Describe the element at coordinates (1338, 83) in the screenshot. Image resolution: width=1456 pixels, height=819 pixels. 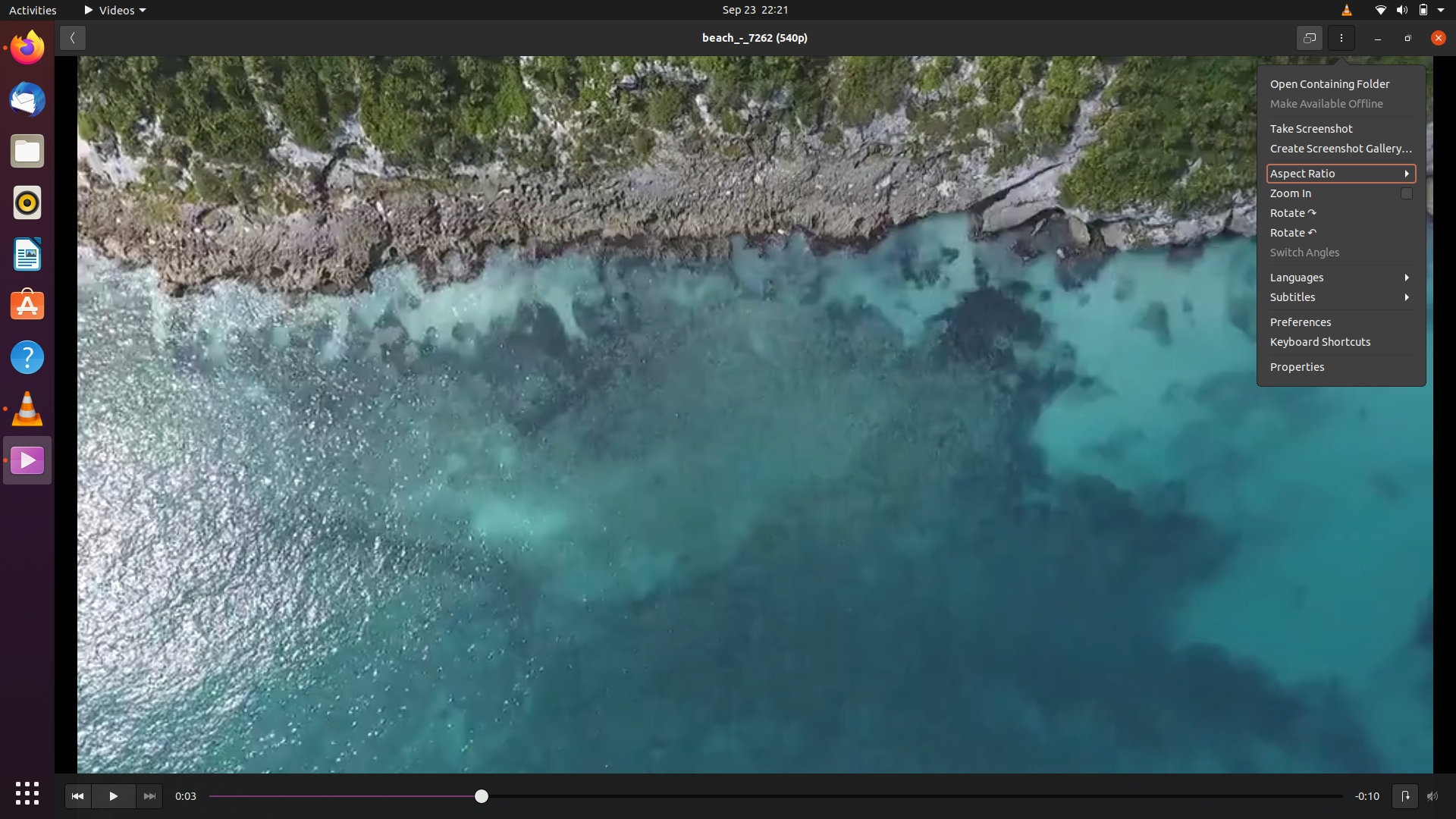
I see `the containing folder of the current video` at that location.